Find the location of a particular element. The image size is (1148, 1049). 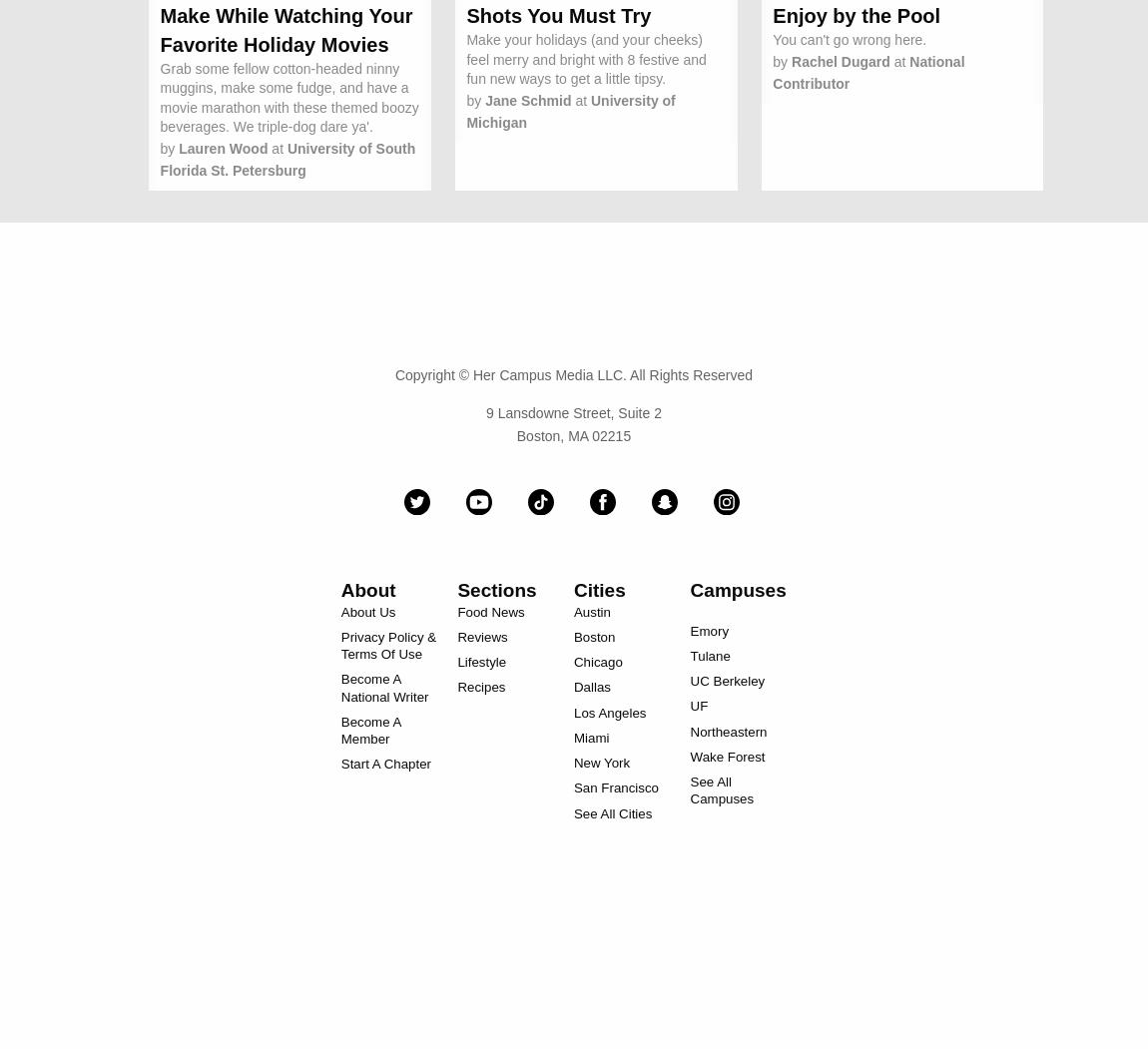

'Lifestyle' is located at coordinates (481, 662).